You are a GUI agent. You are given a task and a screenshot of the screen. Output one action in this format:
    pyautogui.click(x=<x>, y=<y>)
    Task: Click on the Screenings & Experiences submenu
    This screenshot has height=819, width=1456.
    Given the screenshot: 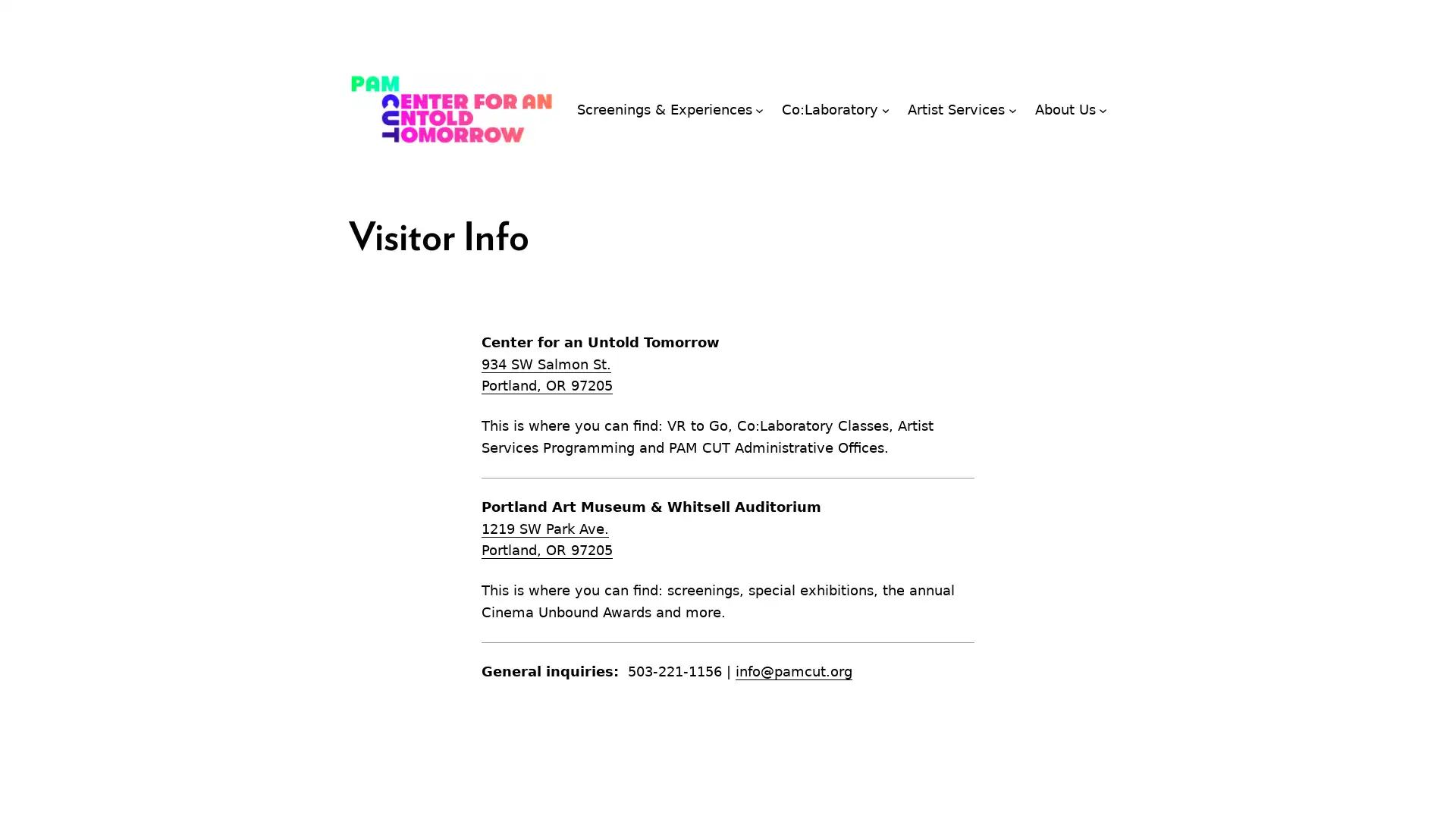 What is the action you would take?
    pyautogui.click(x=759, y=108)
    